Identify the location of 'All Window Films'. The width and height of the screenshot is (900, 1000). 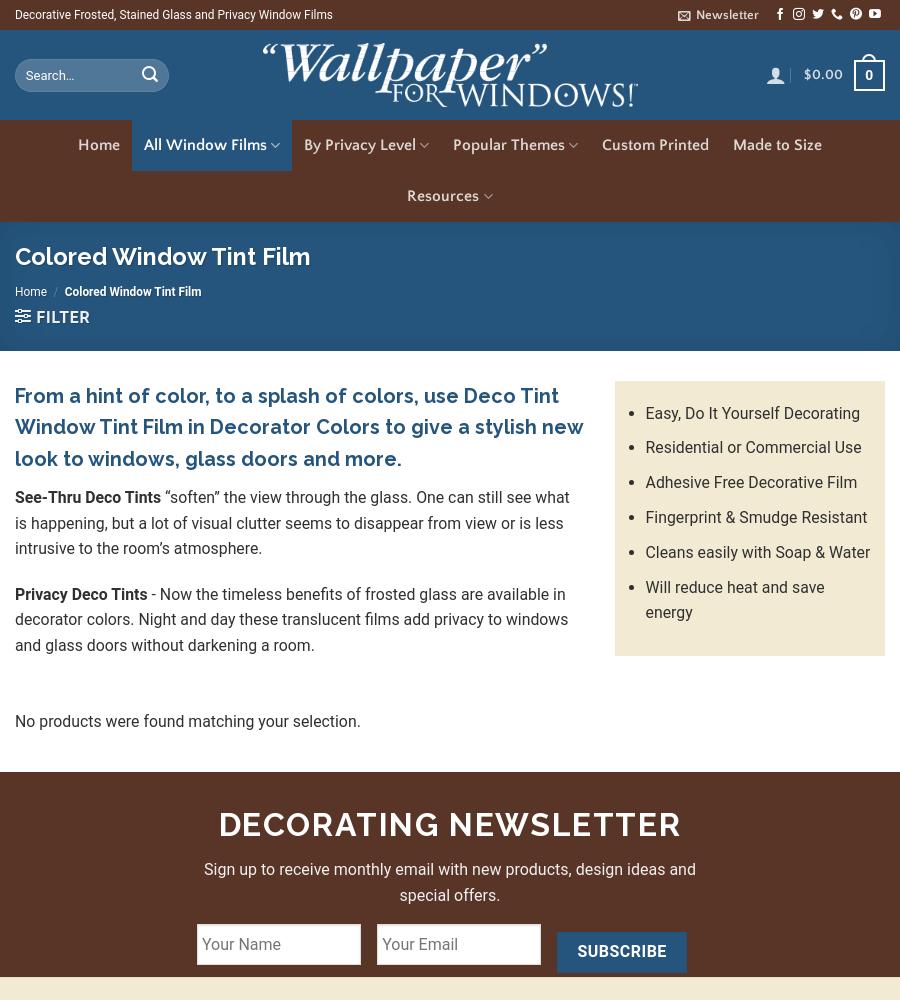
(144, 145).